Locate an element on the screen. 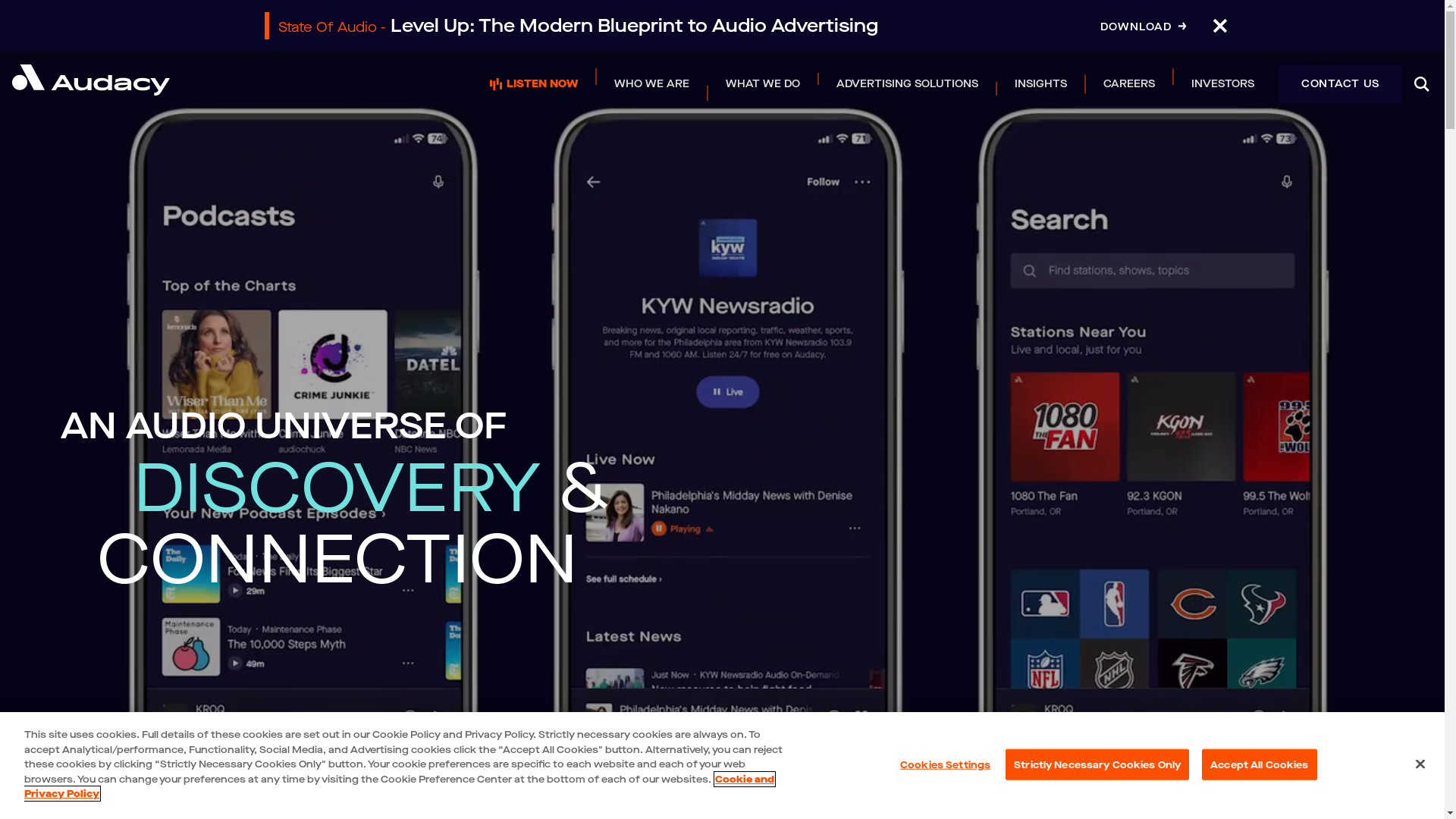  'Strictly Necessary Cookies Only' is located at coordinates (1097, 764).